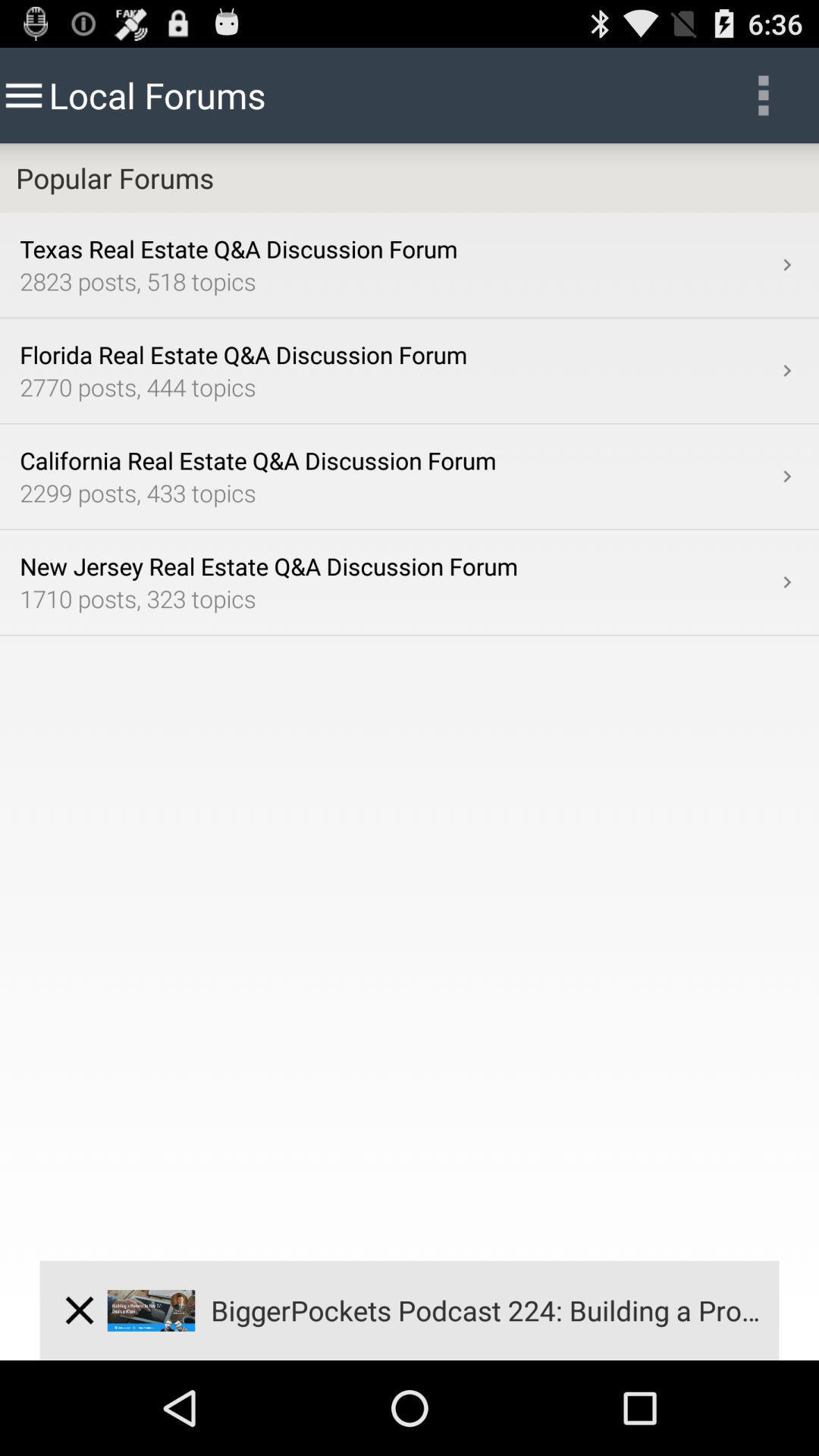 The height and width of the screenshot is (1456, 819). Describe the element at coordinates (397, 492) in the screenshot. I see `the 2299 posts 433 icon` at that location.